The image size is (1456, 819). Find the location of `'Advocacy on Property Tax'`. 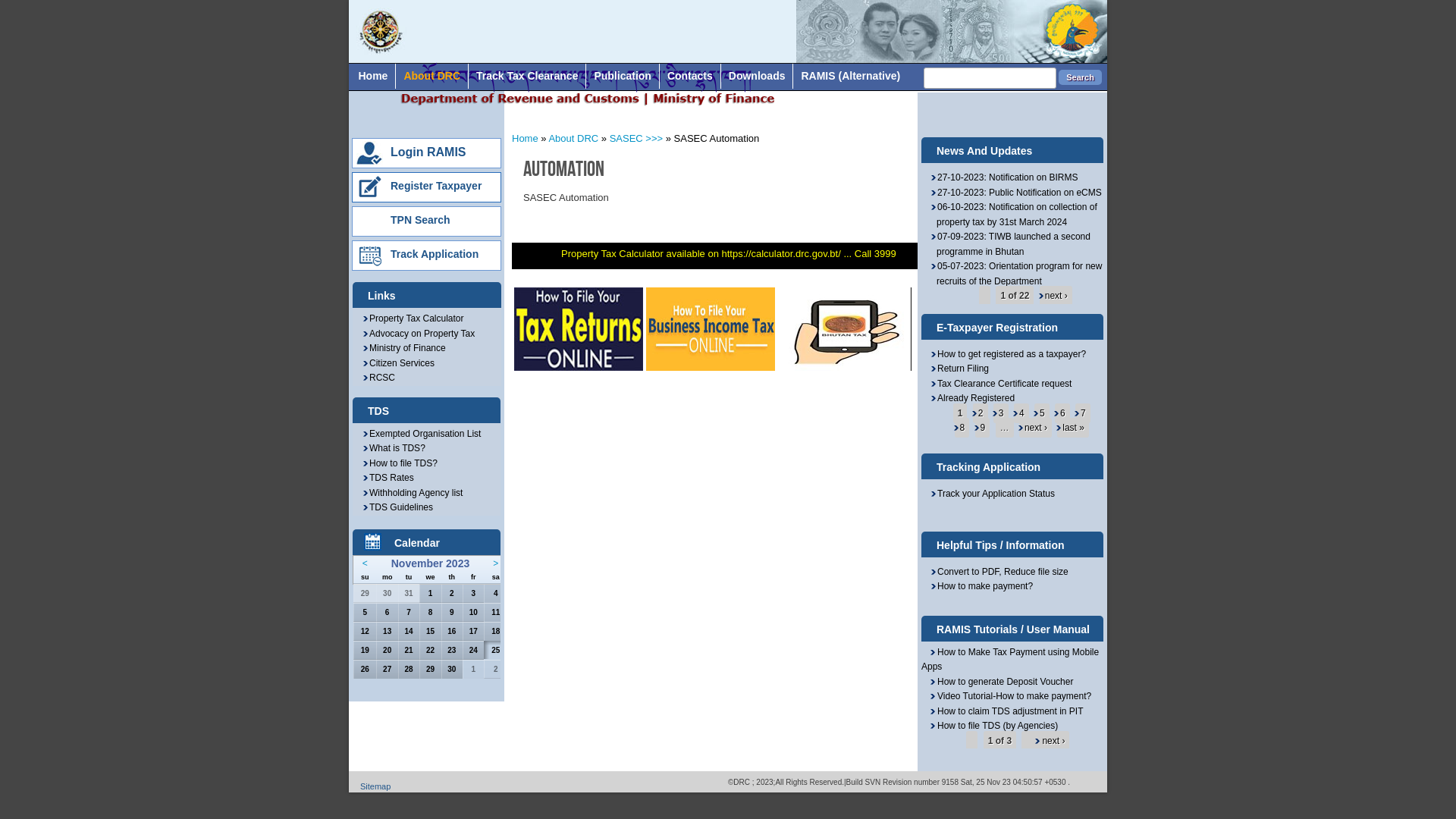

'Advocacy on Property Tax' is located at coordinates (418, 332).